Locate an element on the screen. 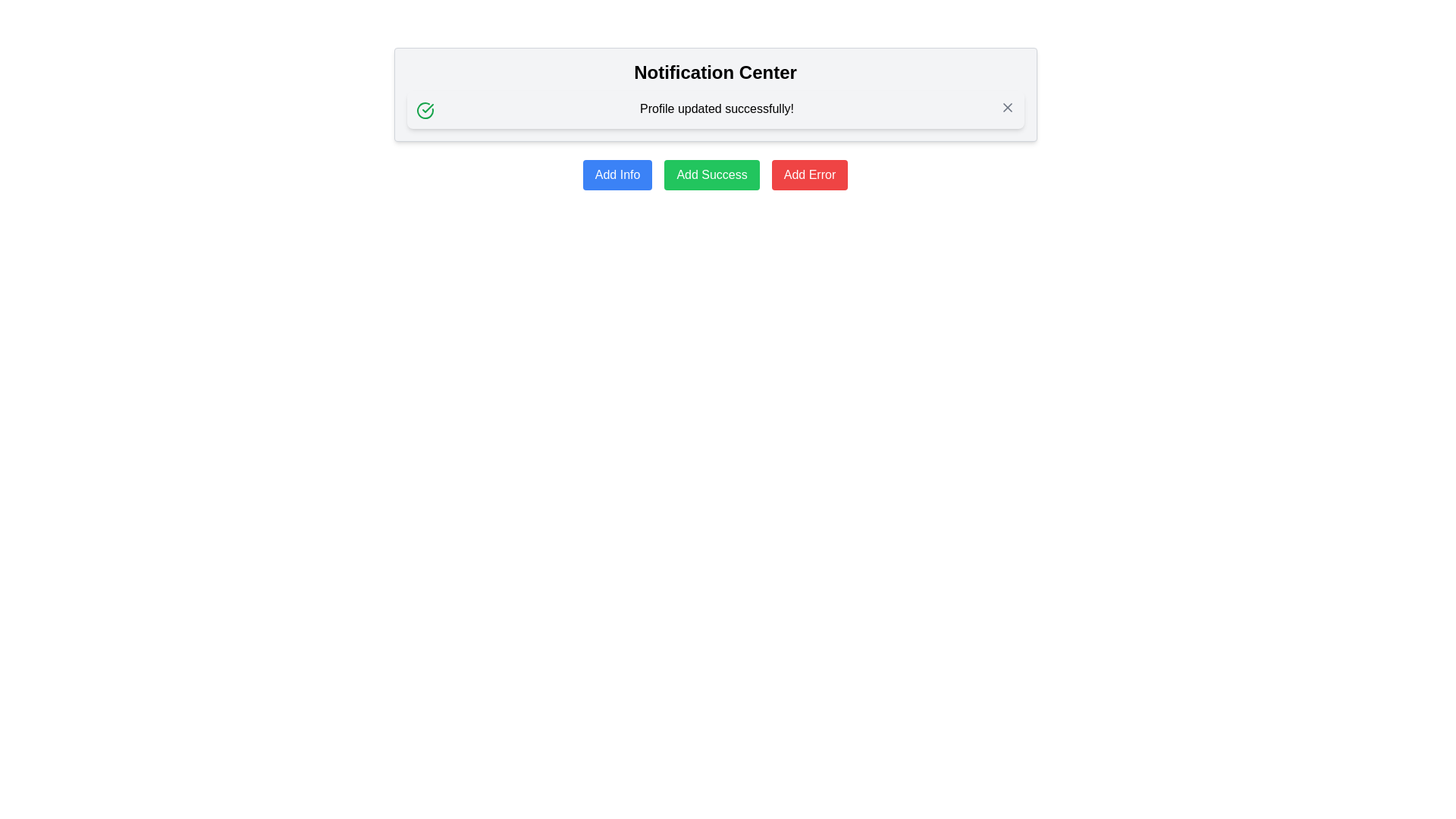 This screenshot has width=1456, height=819. the Close button, which is a small gray icon resembling a cross located at the far right side of the notification box that reads 'Profile updated successfully!' is located at coordinates (1007, 107).